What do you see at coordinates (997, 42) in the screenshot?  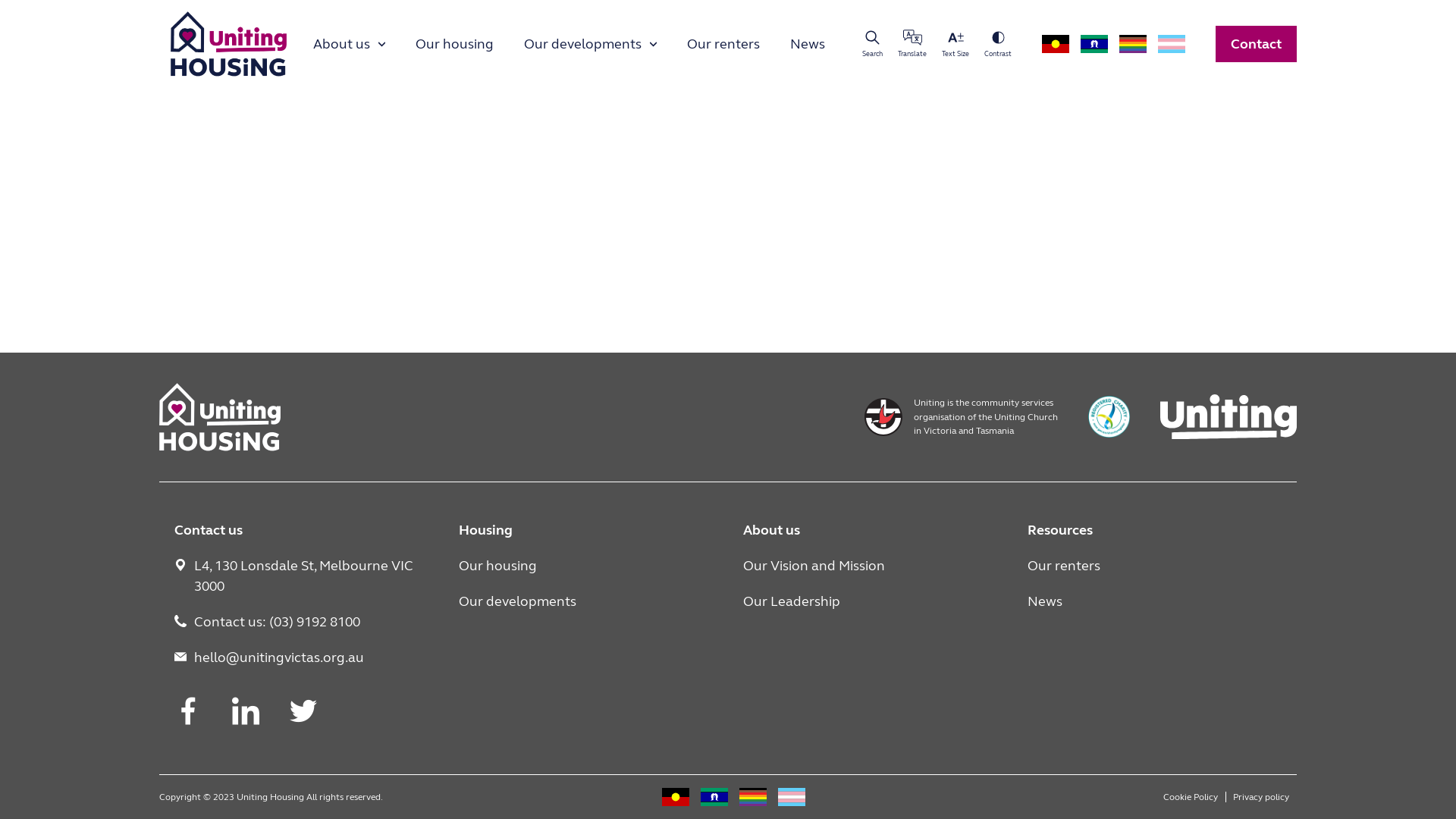 I see `'Contrast'` at bounding box center [997, 42].